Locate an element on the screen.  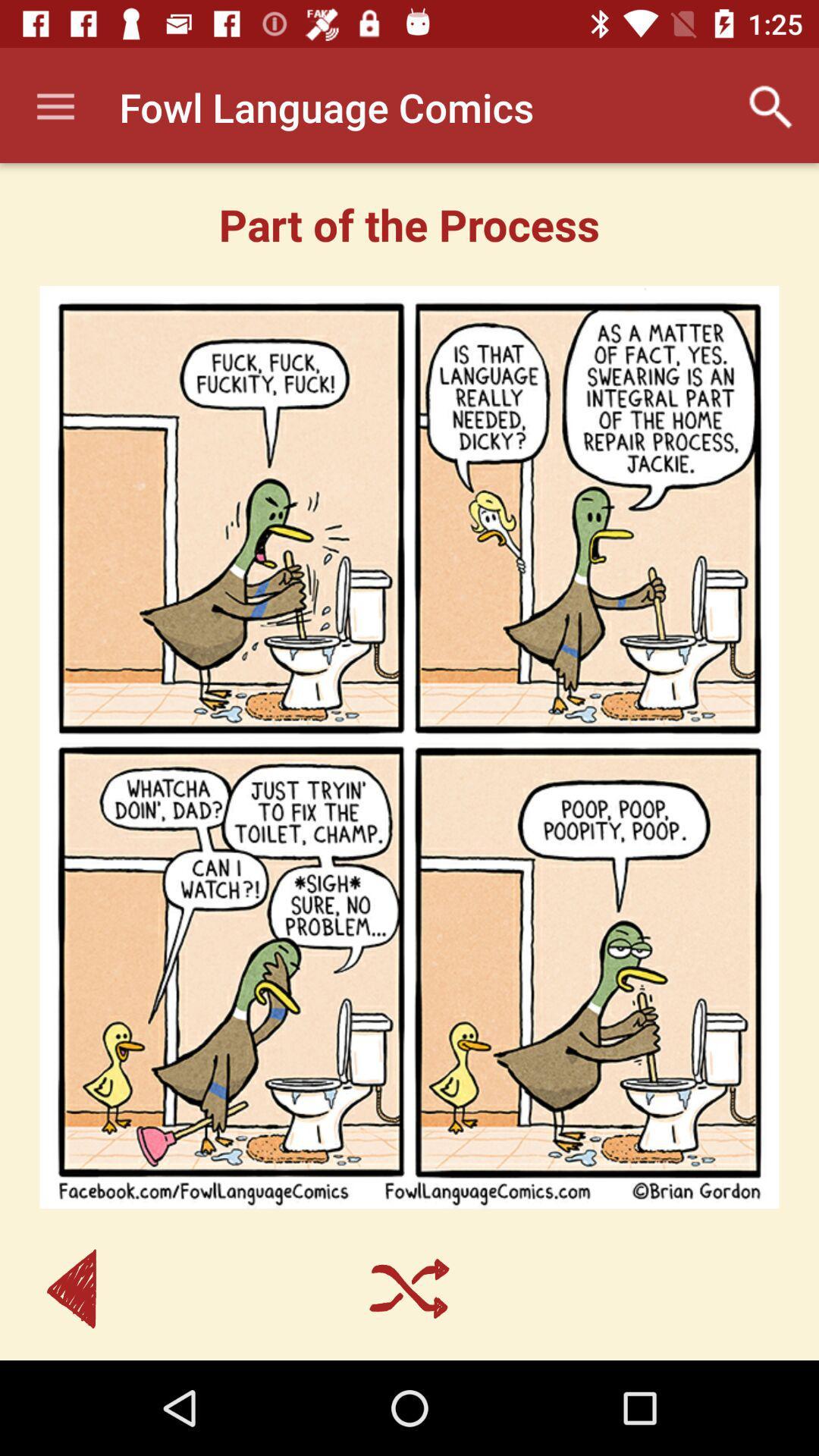
icon at the center is located at coordinates (409, 747).